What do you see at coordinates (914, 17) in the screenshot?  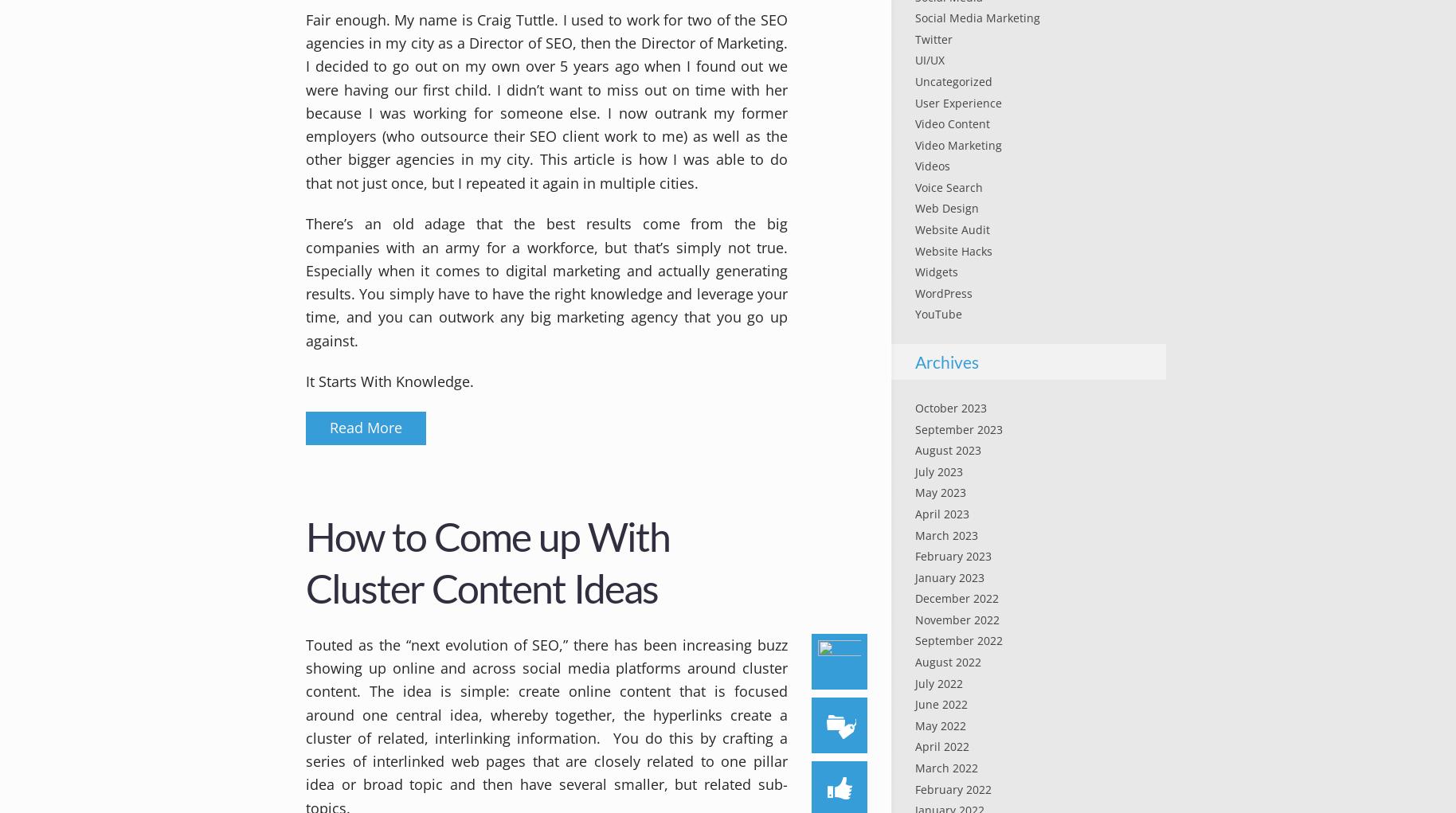 I see `'Social Media Marketing'` at bounding box center [914, 17].